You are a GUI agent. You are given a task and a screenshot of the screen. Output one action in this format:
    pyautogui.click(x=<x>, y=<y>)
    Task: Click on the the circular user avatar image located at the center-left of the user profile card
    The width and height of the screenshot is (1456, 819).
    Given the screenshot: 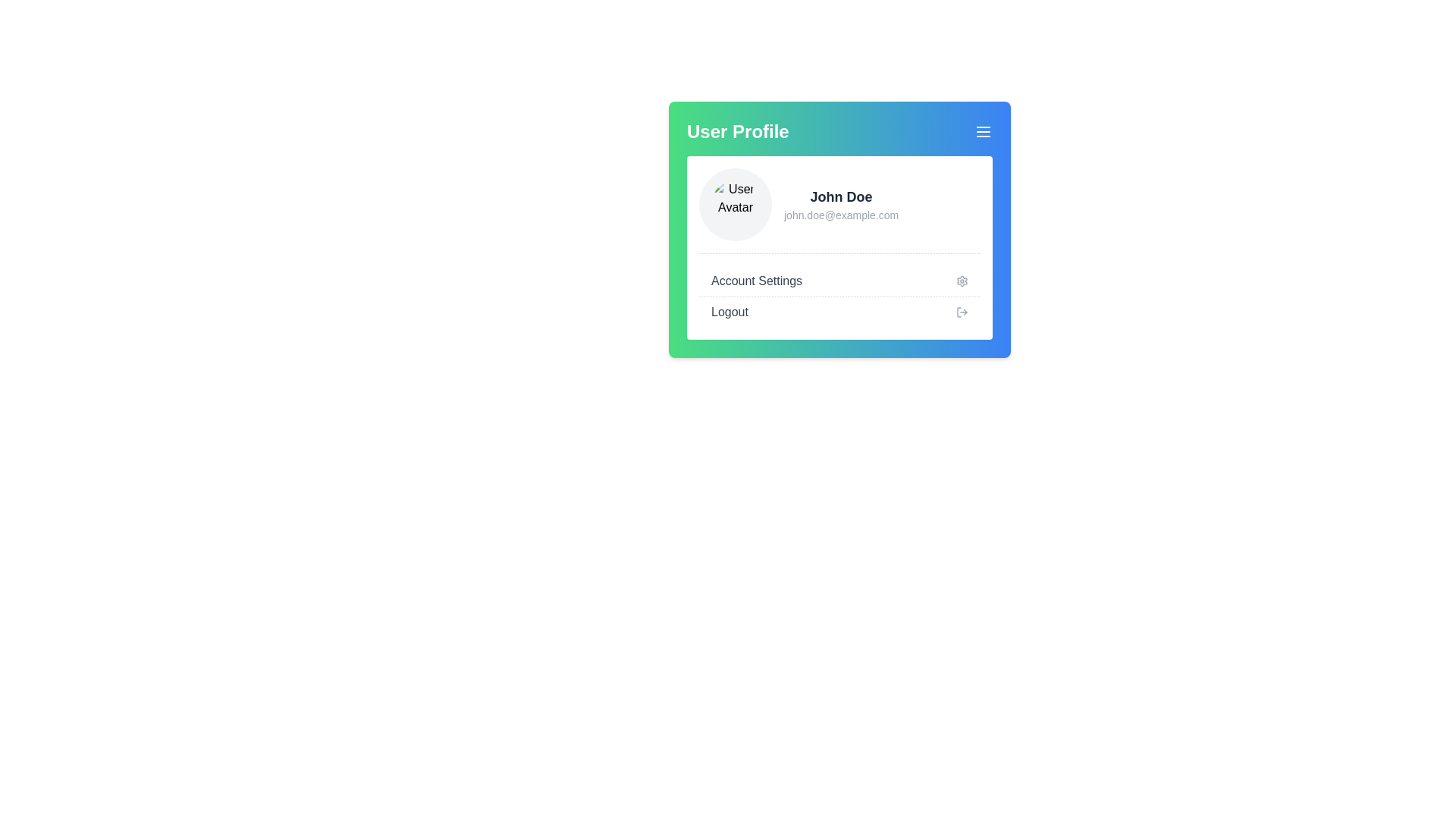 What is the action you would take?
    pyautogui.click(x=735, y=205)
    